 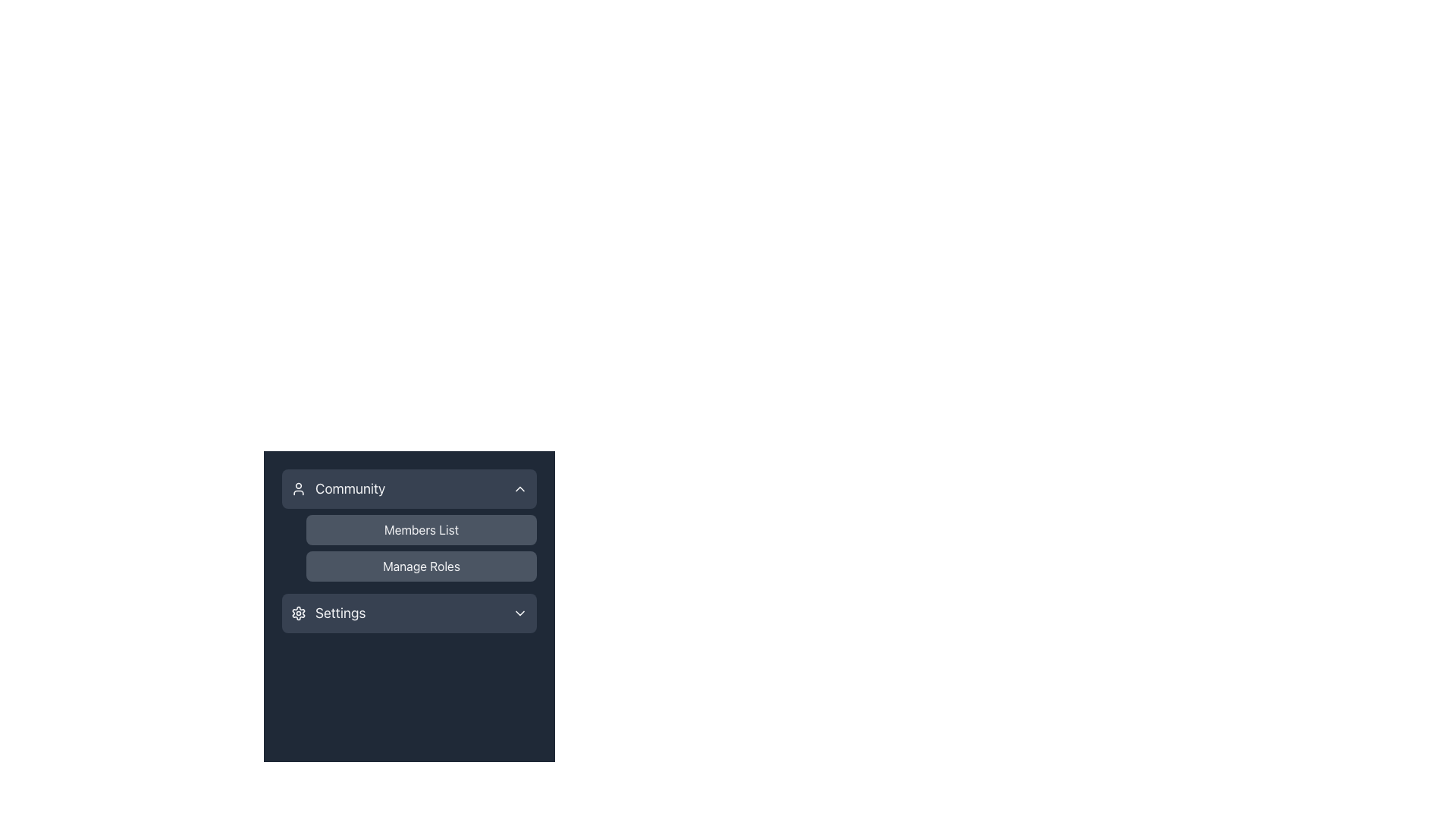 I want to click on the 'Manage Roles' button, which is a rectangular button with a rounded border and gray background, located beneath the 'Members List' button in the vertical menu, so click(x=409, y=551).